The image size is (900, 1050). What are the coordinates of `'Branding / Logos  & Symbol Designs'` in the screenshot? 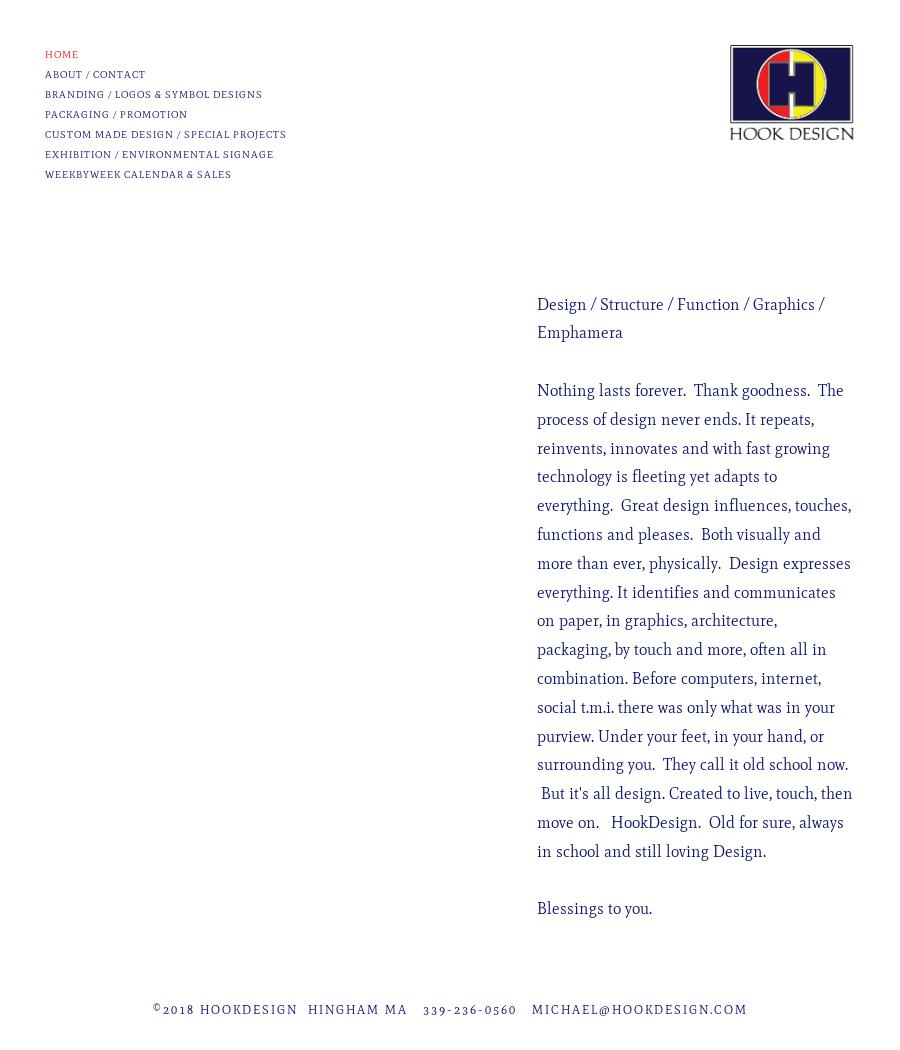 It's located at (153, 94).